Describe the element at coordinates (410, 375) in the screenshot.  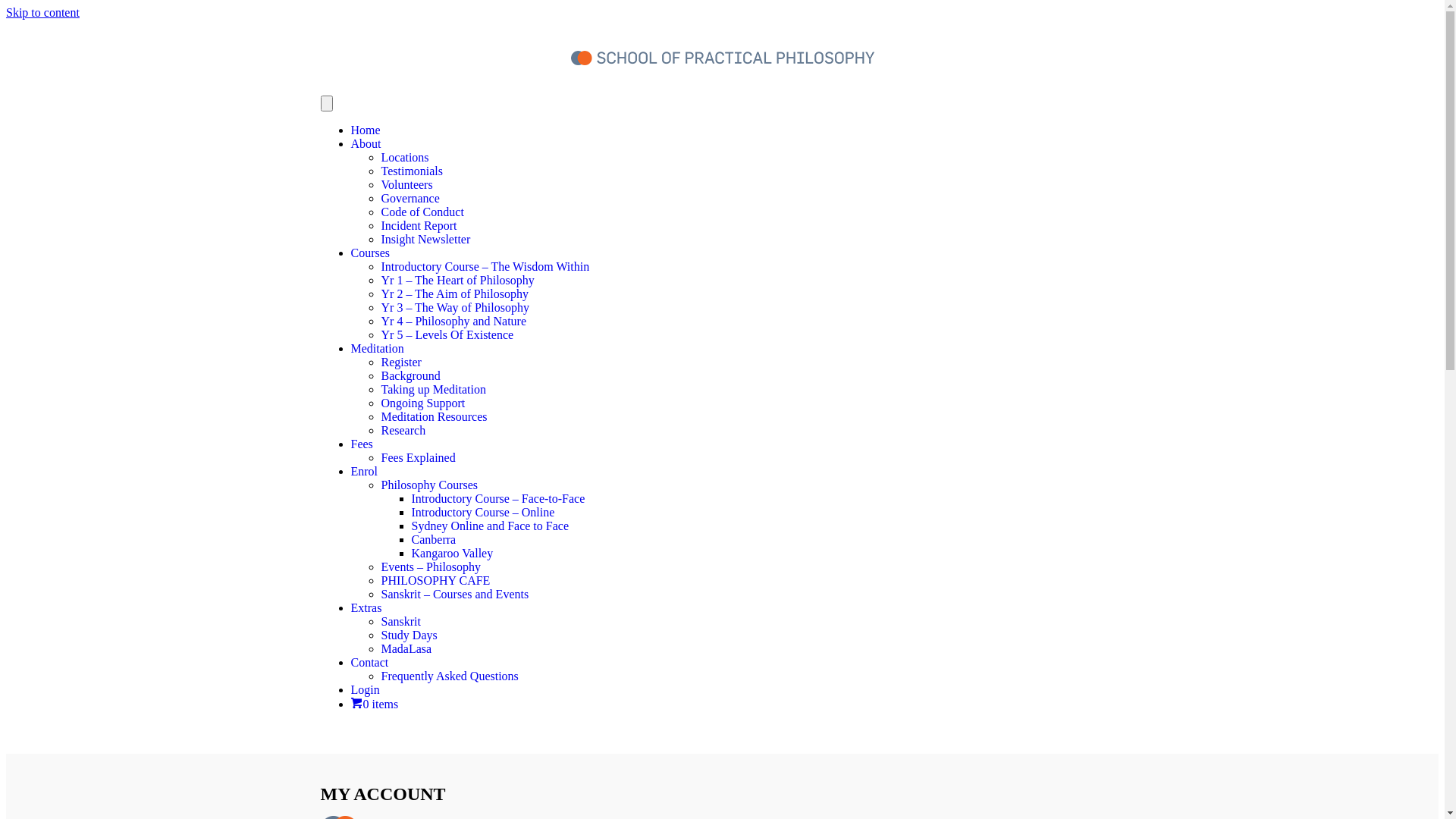
I see `'Background'` at that location.